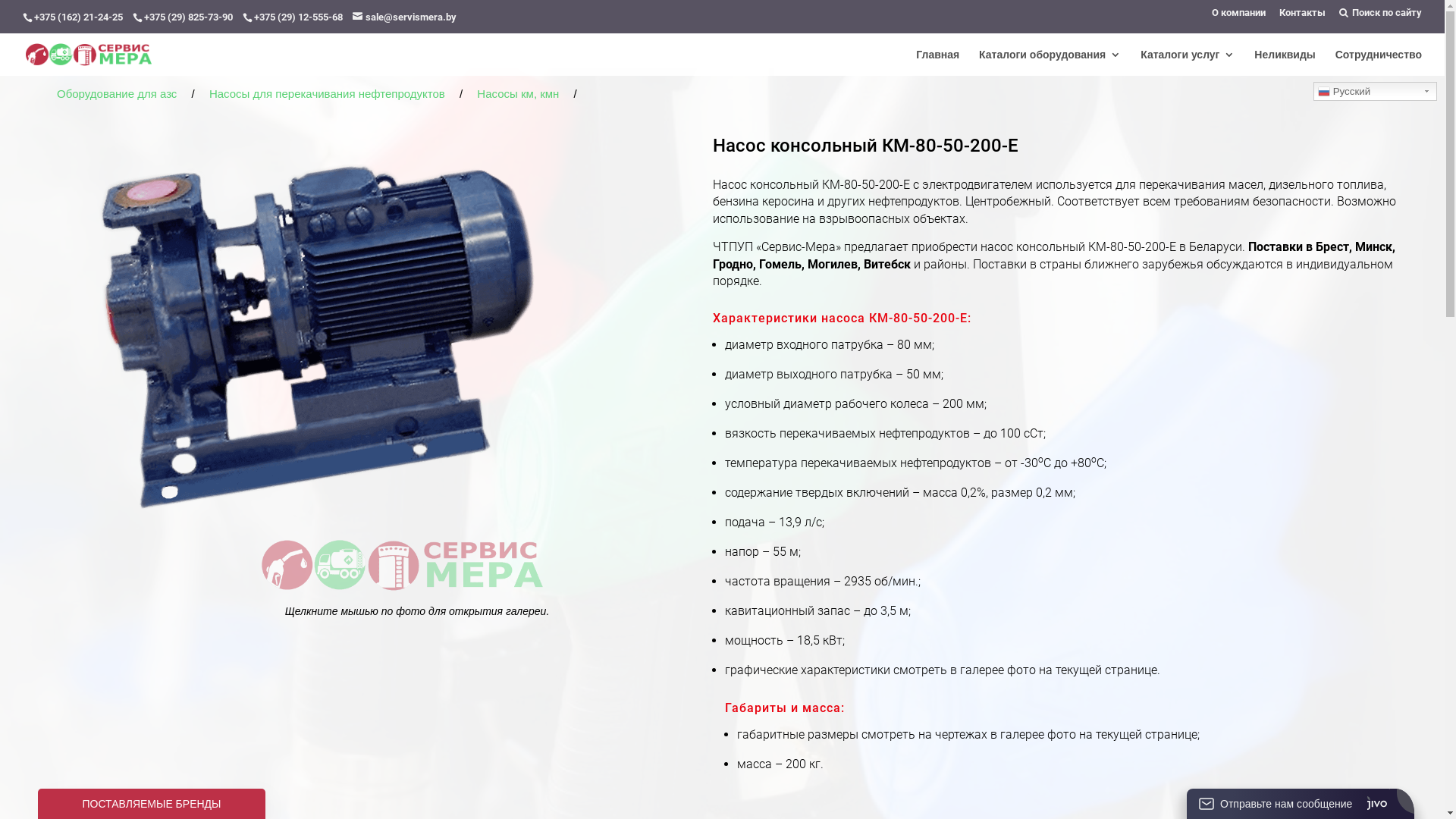  What do you see at coordinates (411, 17) in the screenshot?
I see `'sale@servismera.by'` at bounding box center [411, 17].